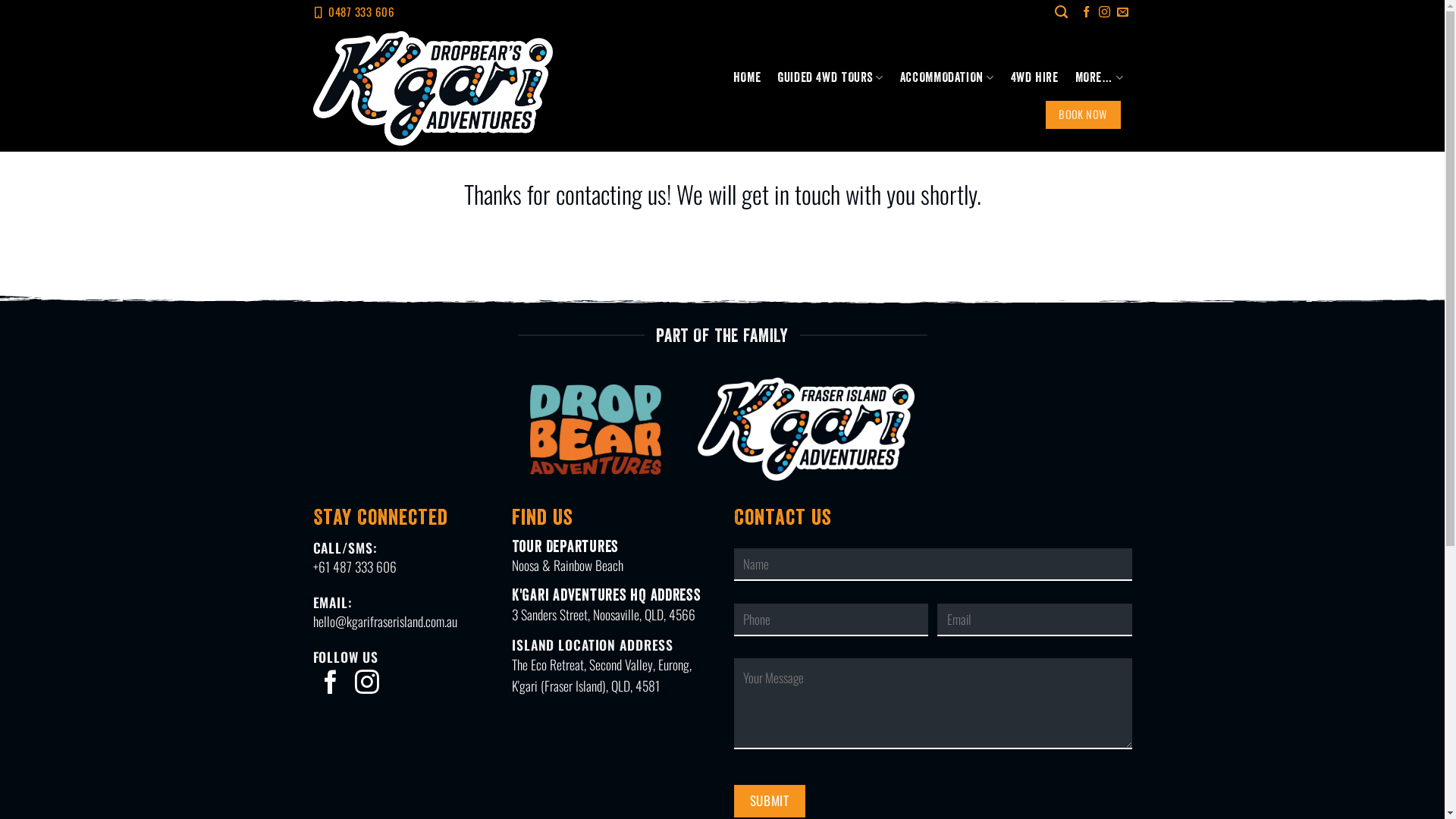  Describe the element at coordinates (384, 620) in the screenshot. I see `'hello@kgarifraserisland.com.au'` at that location.